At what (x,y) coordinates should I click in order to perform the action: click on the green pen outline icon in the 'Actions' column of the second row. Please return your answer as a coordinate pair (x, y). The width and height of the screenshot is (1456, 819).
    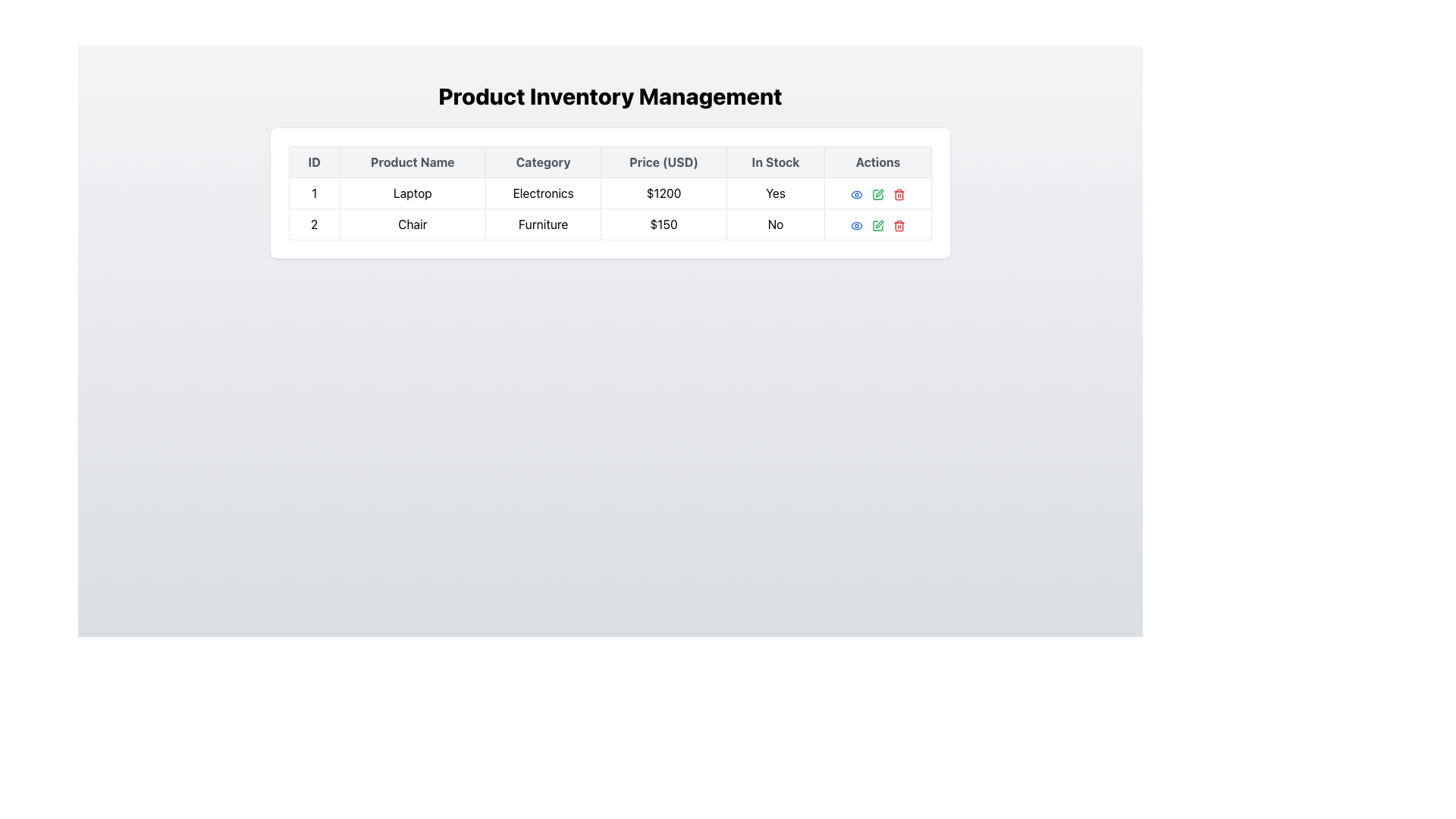
    Looking at the image, I should click on (877, 224).